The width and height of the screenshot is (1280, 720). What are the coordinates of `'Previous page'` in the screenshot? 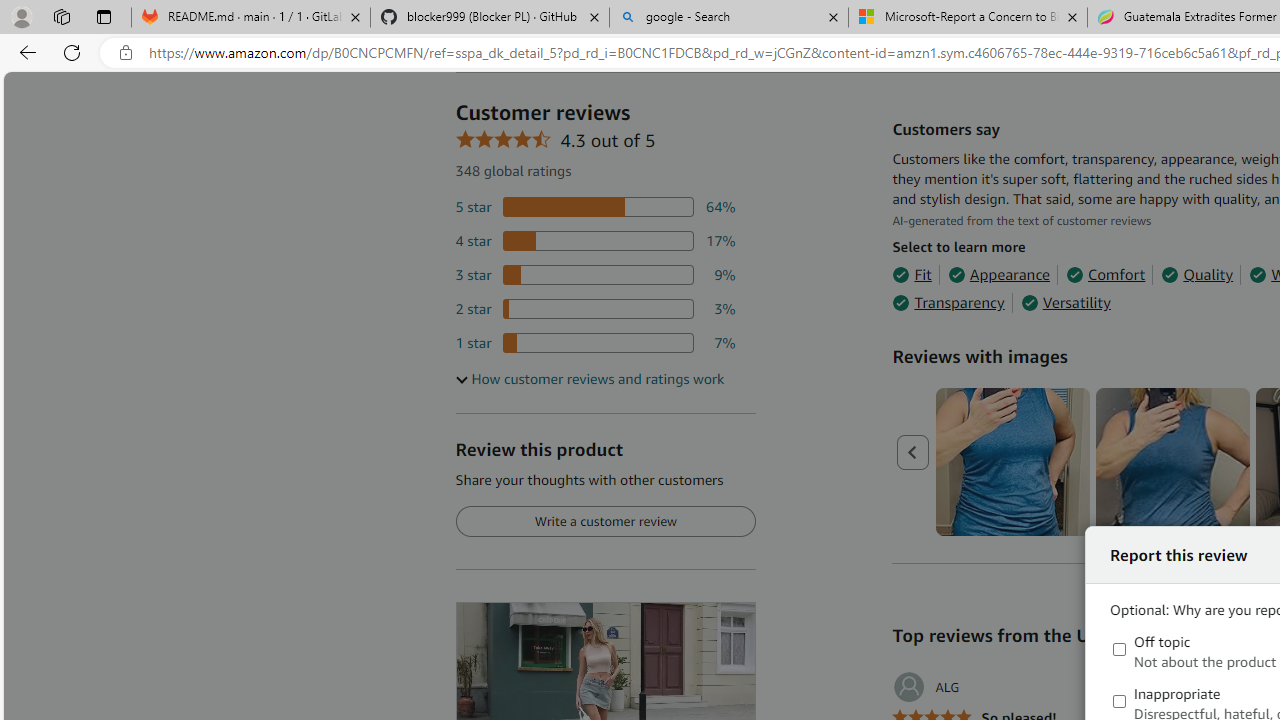 It's located at (912, 452).